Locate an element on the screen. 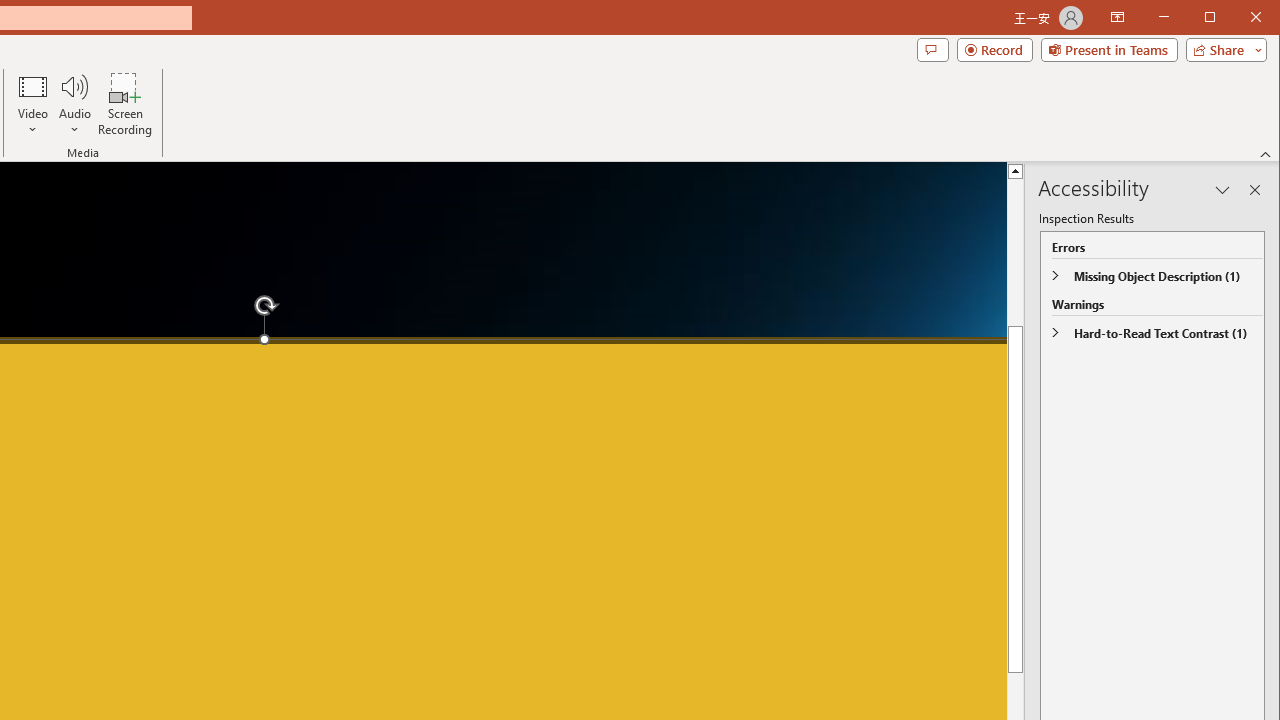 The image size is (1280, 720). 'Close' is located at coordinates (1260, 19).